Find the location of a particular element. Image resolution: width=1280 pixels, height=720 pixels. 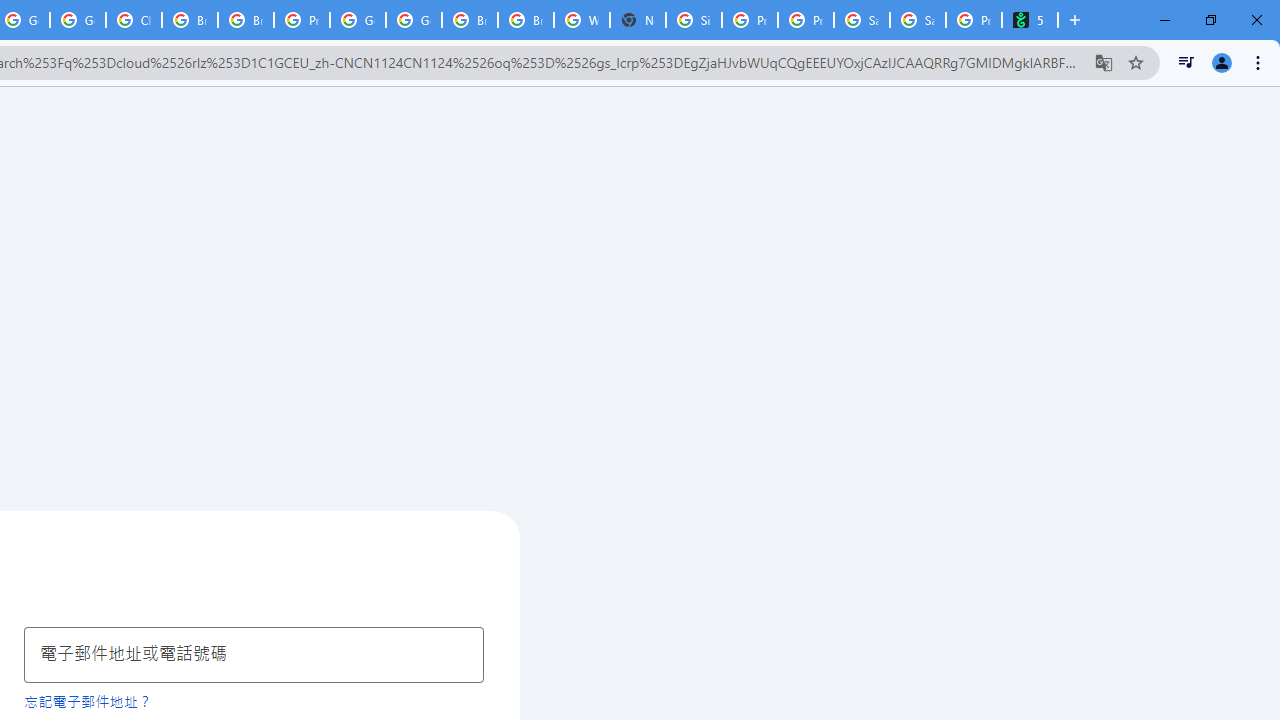

'Browse Chrome as a guest - Computer - Google Chrome Help' is located at coordinates (468, 20).